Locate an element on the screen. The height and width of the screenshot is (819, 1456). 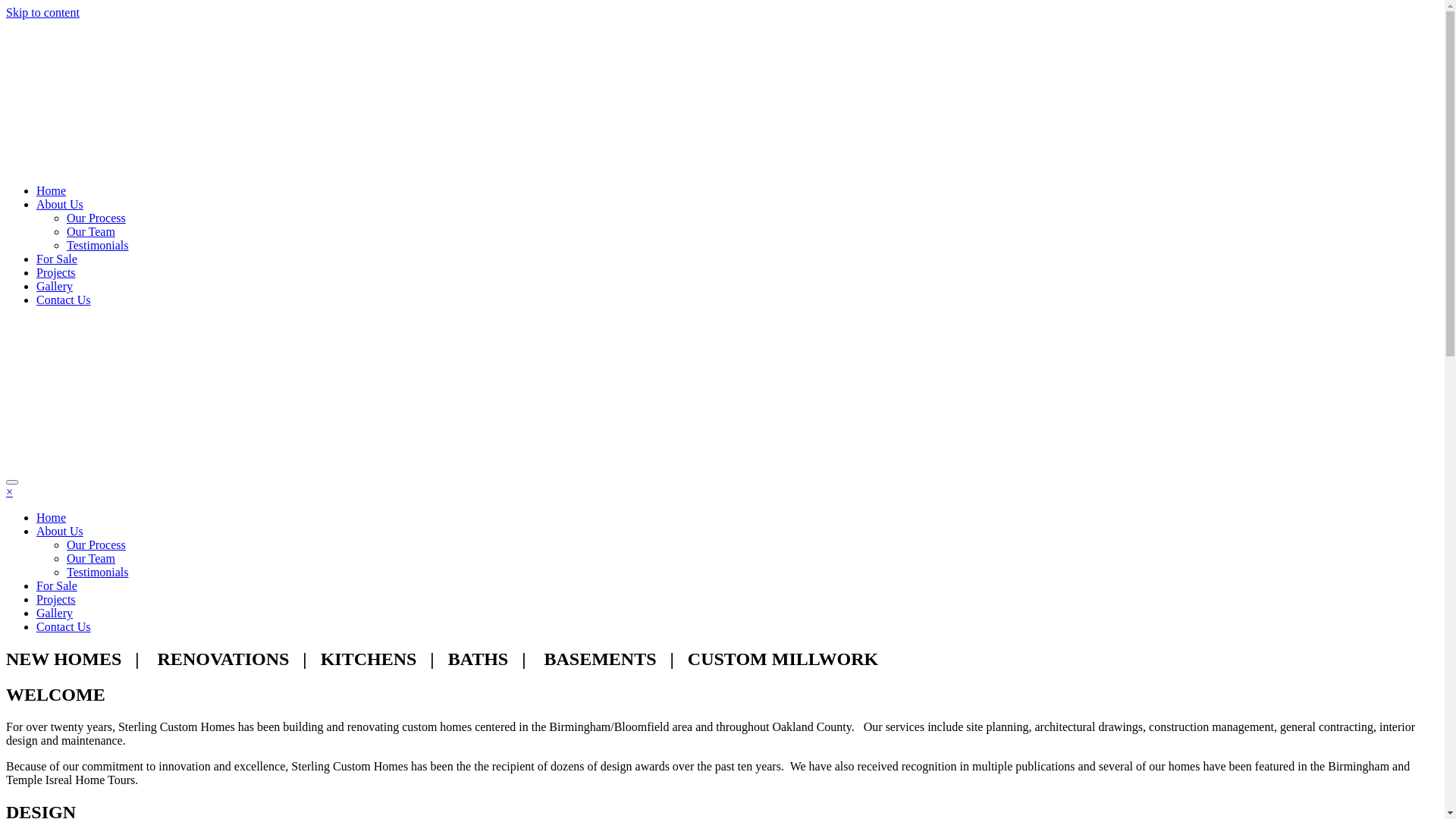
'Gallery' is located at coordinates (55, 612).